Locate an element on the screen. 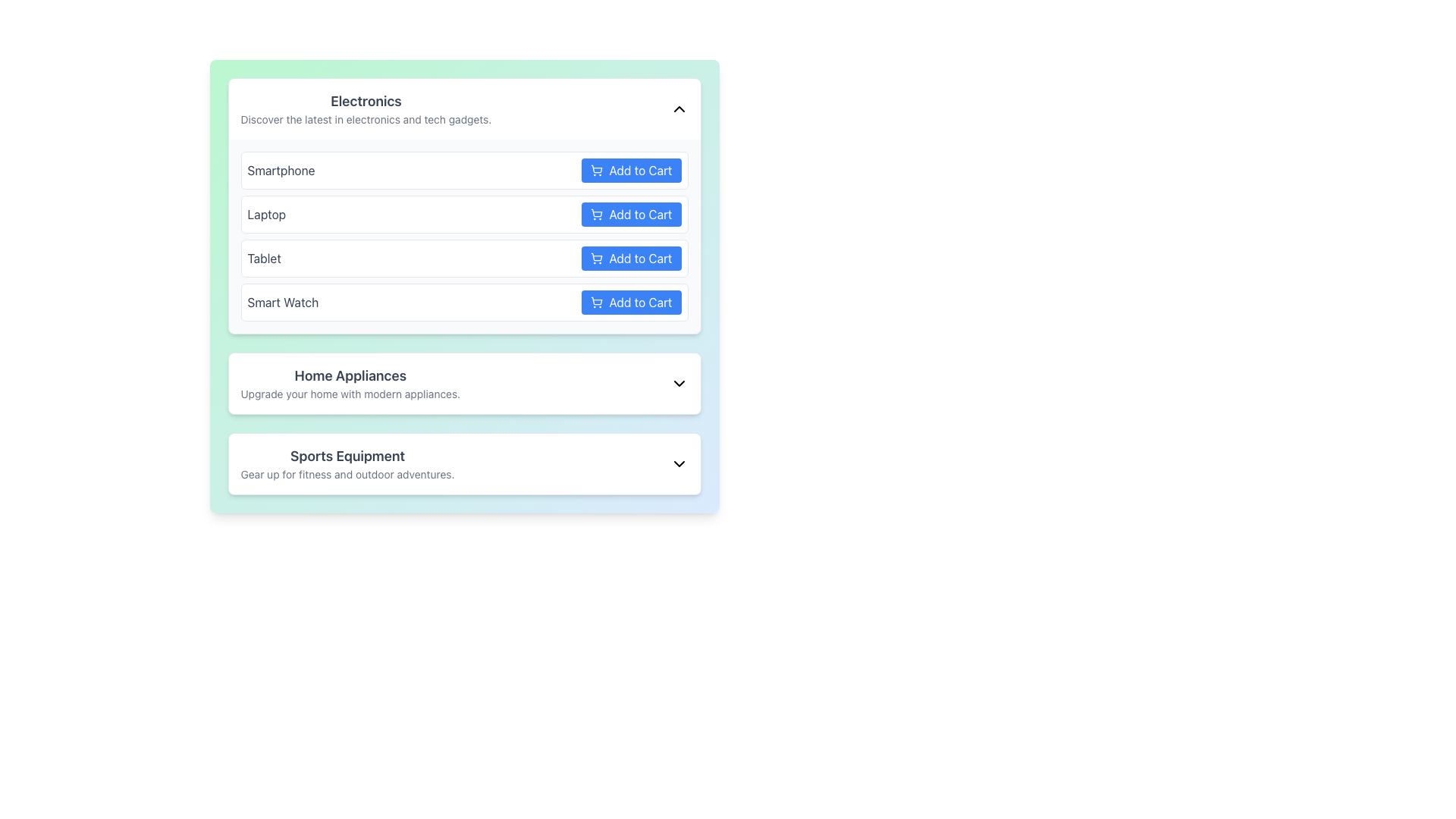  contents of the Label that serves as the category header for the 'Home Appliances' section, positioned in the middle section of the layout between 'Electronics' and 'Sports Equipment' is located at coordinates (350, 382).